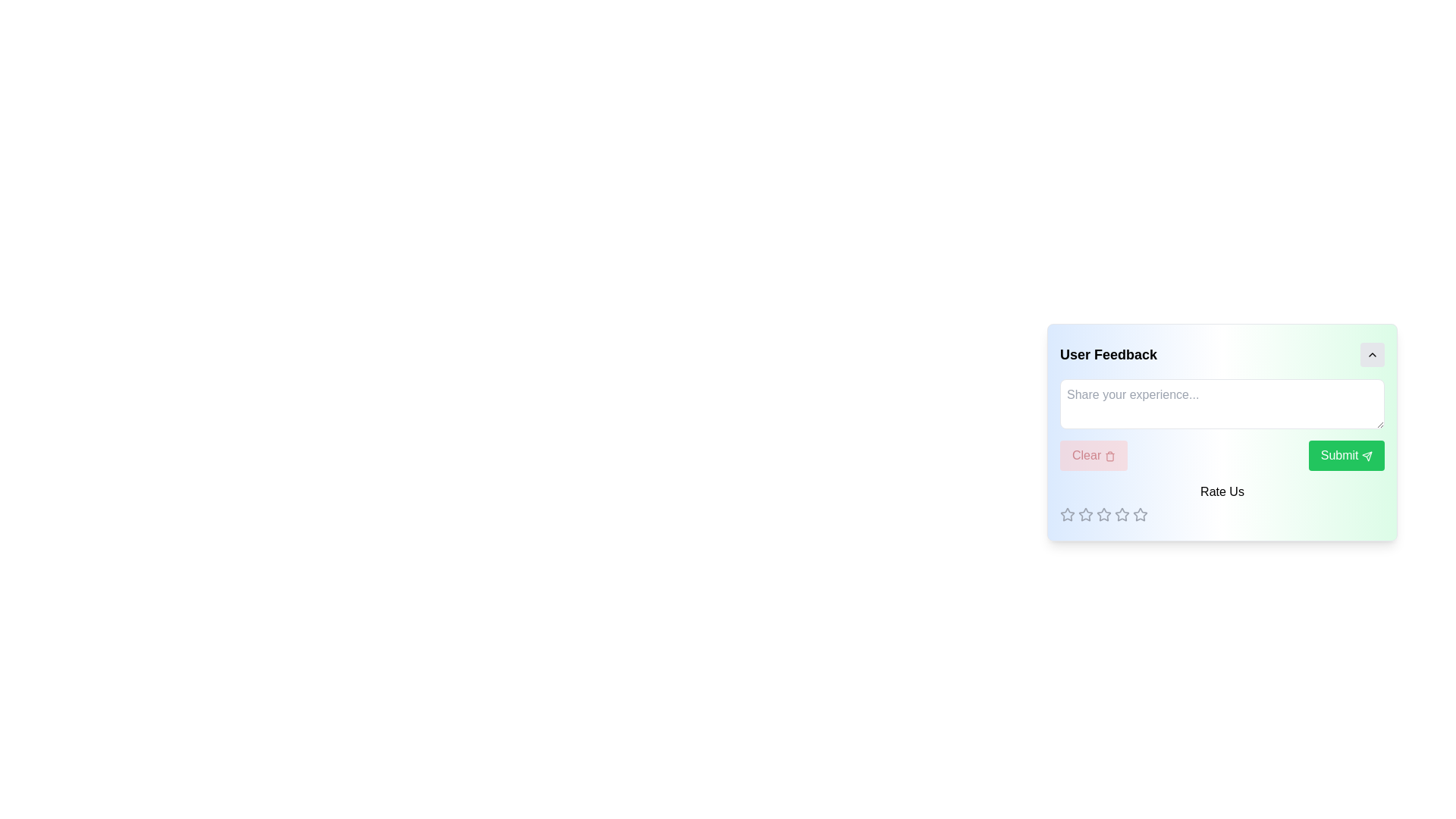 The width and height of the screenshot is (1456, 819). I want to click on the leftmost gray star icon with a hollow center, so click(1065, 513).